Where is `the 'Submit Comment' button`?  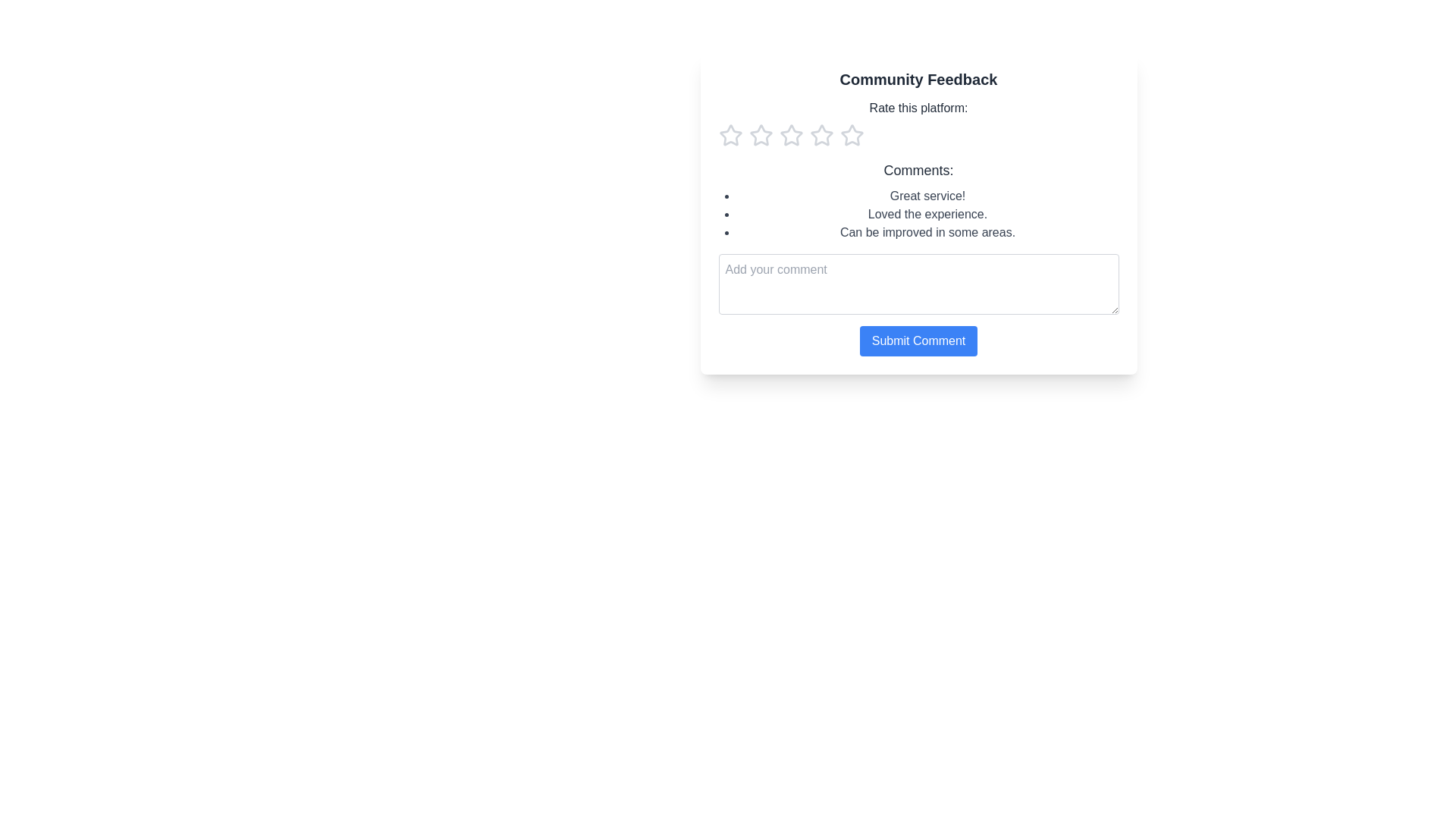
the 'Submit Comment' button is located at coordinates (918, 341).